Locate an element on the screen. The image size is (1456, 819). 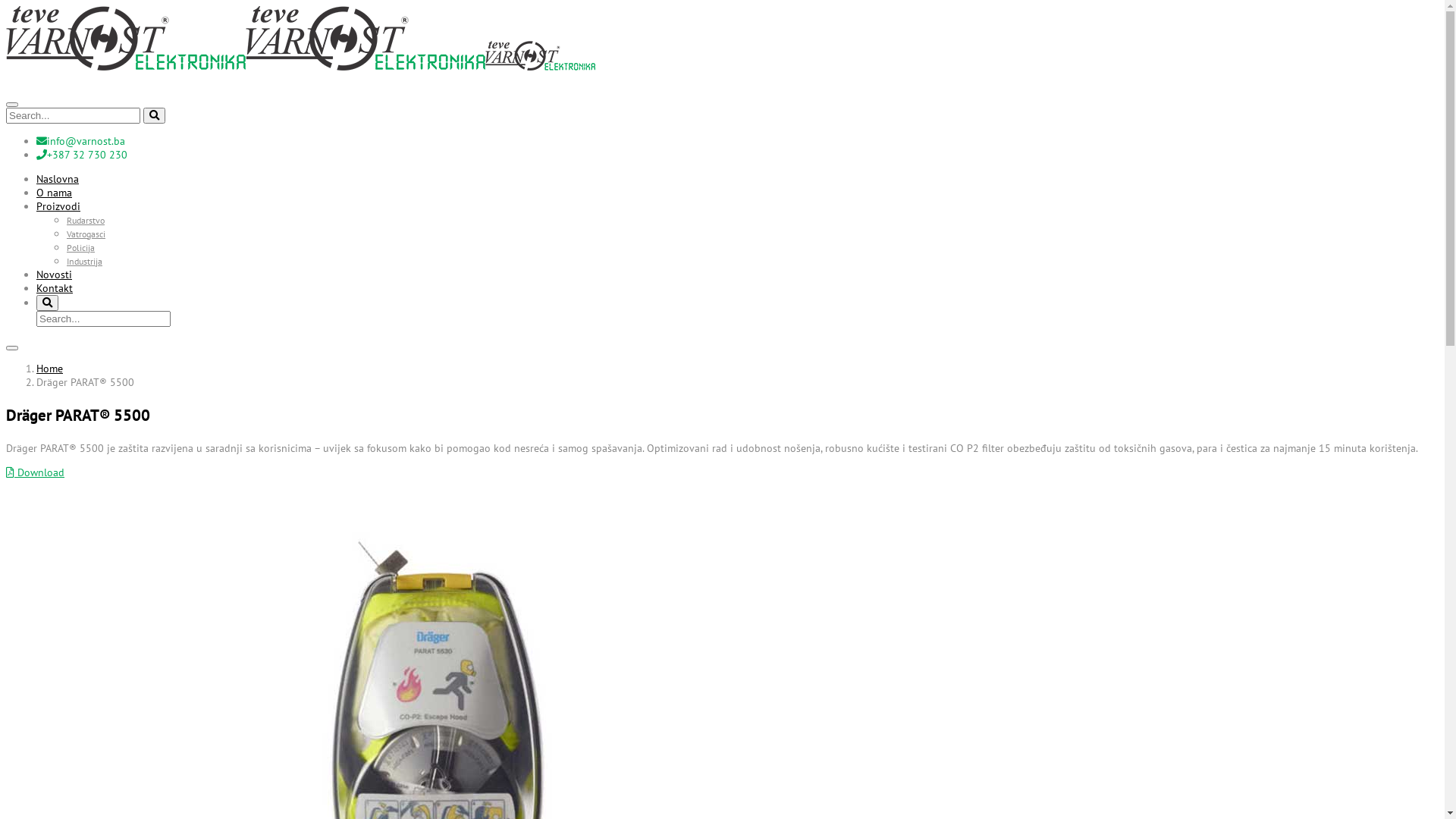
'Novosti' is located at coordinates (36, 274).